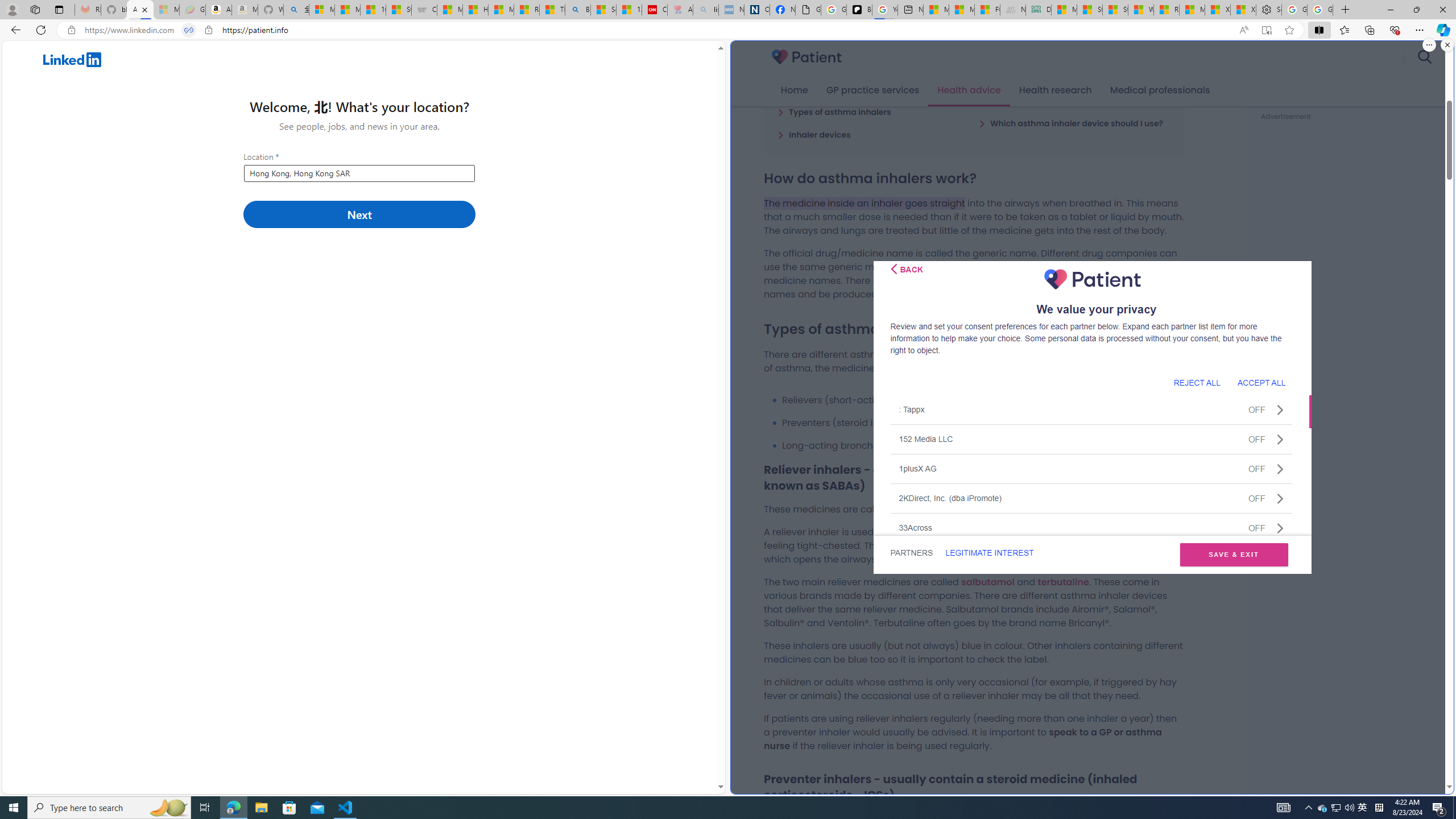  Describe the element at coordinates (1062, 581) in the screenshot. I see `'terbutaline'` at that location.